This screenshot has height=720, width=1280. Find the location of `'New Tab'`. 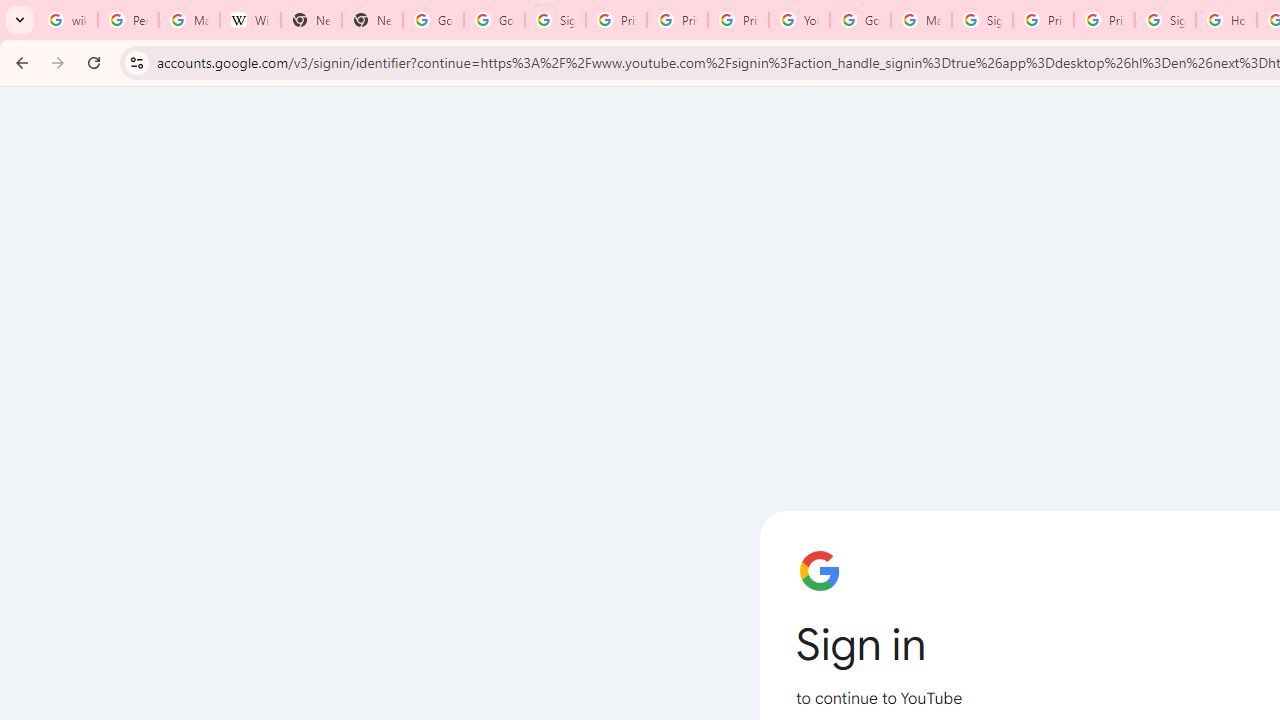

'New Tab' is located at coordinates (310, 20).